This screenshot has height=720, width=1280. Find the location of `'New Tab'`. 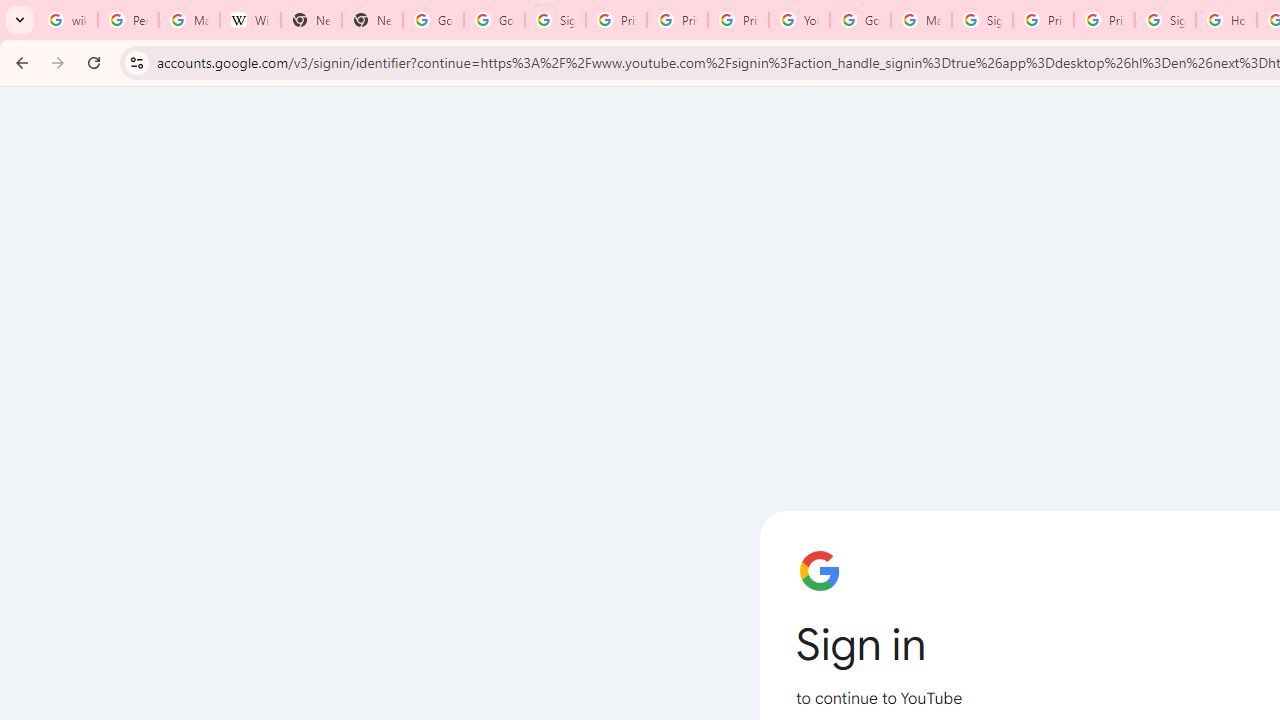

'New Tab' is located at coordinates (310, 20).